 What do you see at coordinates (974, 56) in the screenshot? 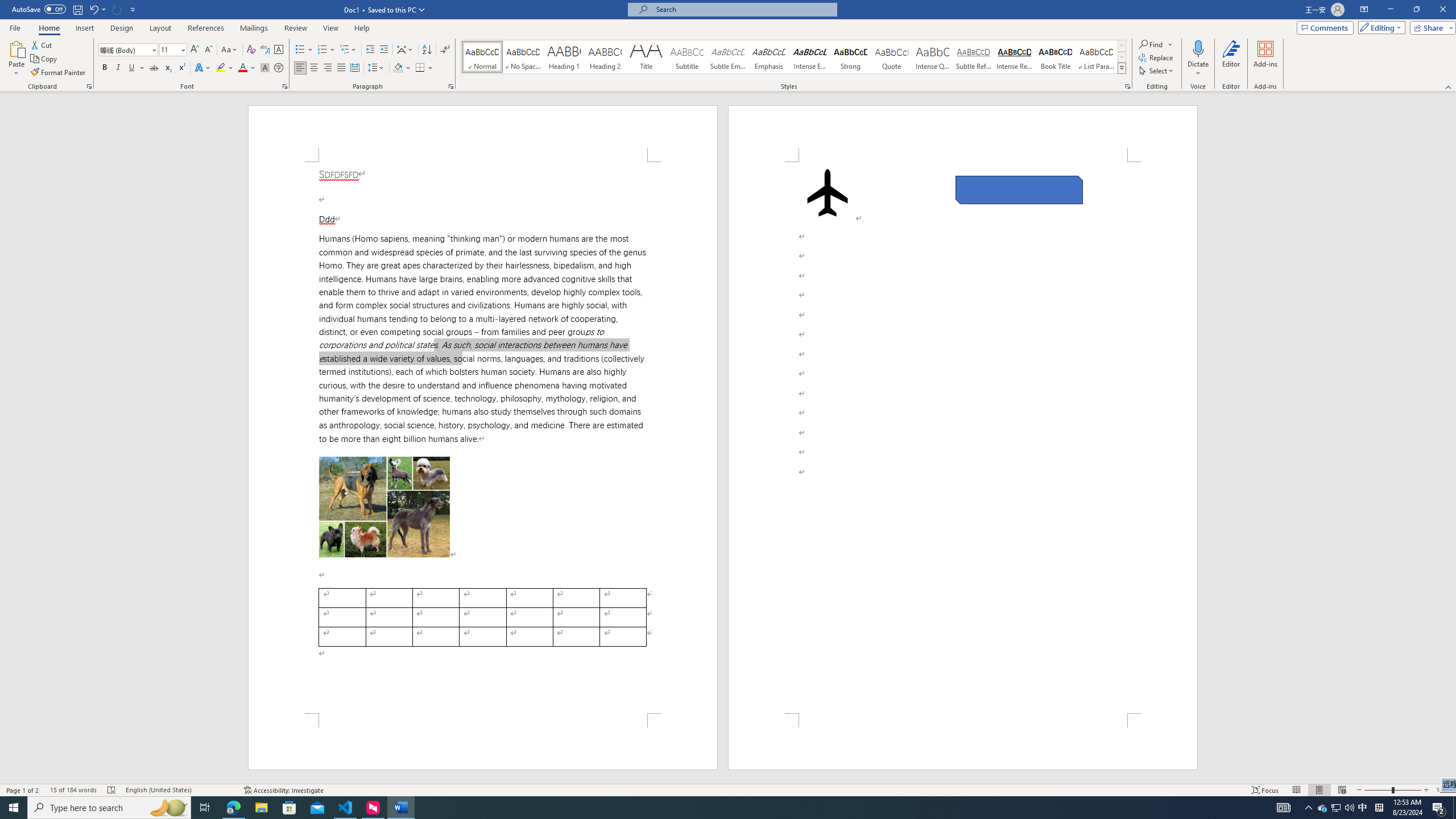
I see `'Subtle Reference'` at bounding box center [974, 56].